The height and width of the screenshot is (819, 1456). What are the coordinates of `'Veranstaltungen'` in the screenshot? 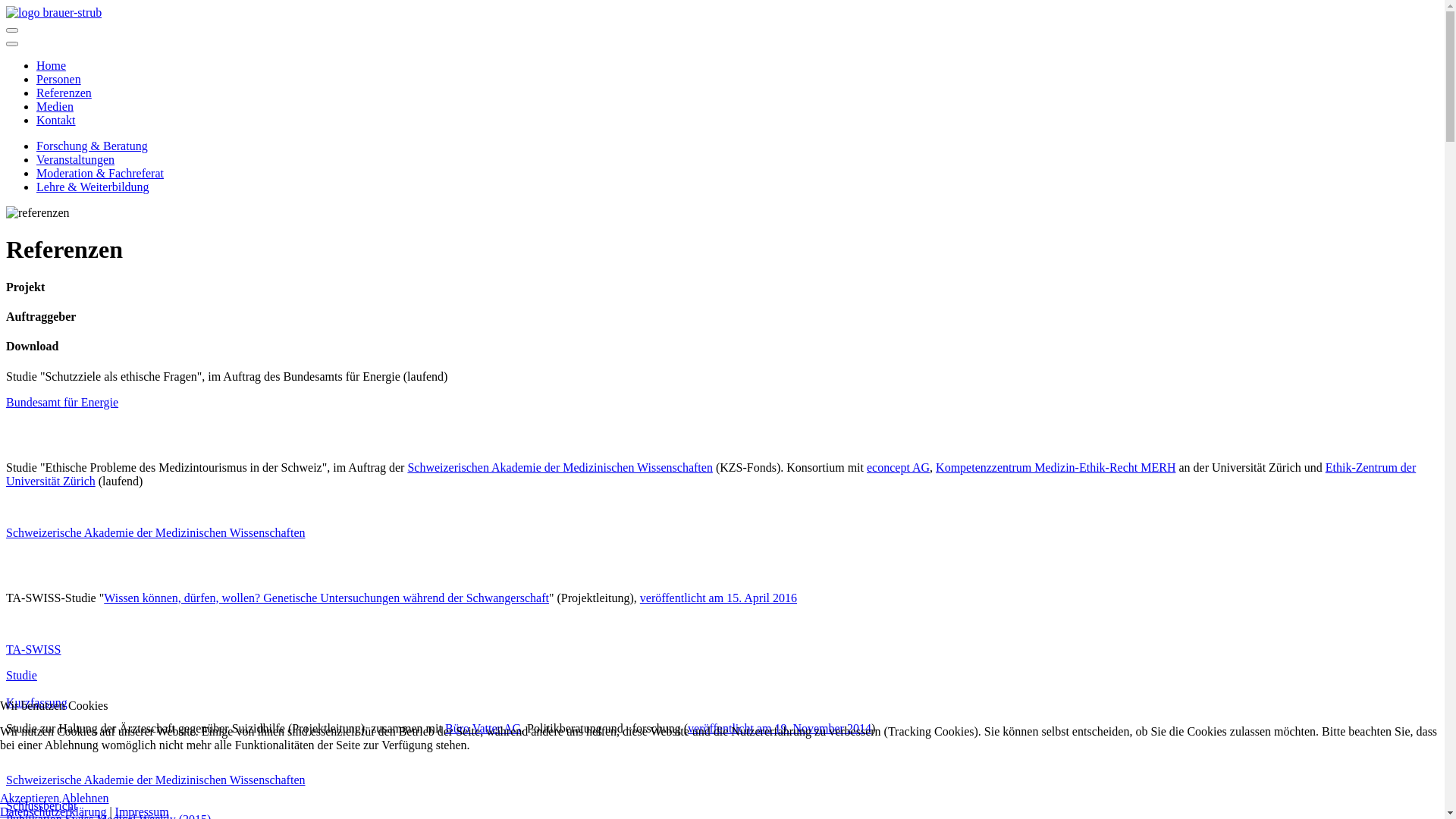 It's located at (74, 159).